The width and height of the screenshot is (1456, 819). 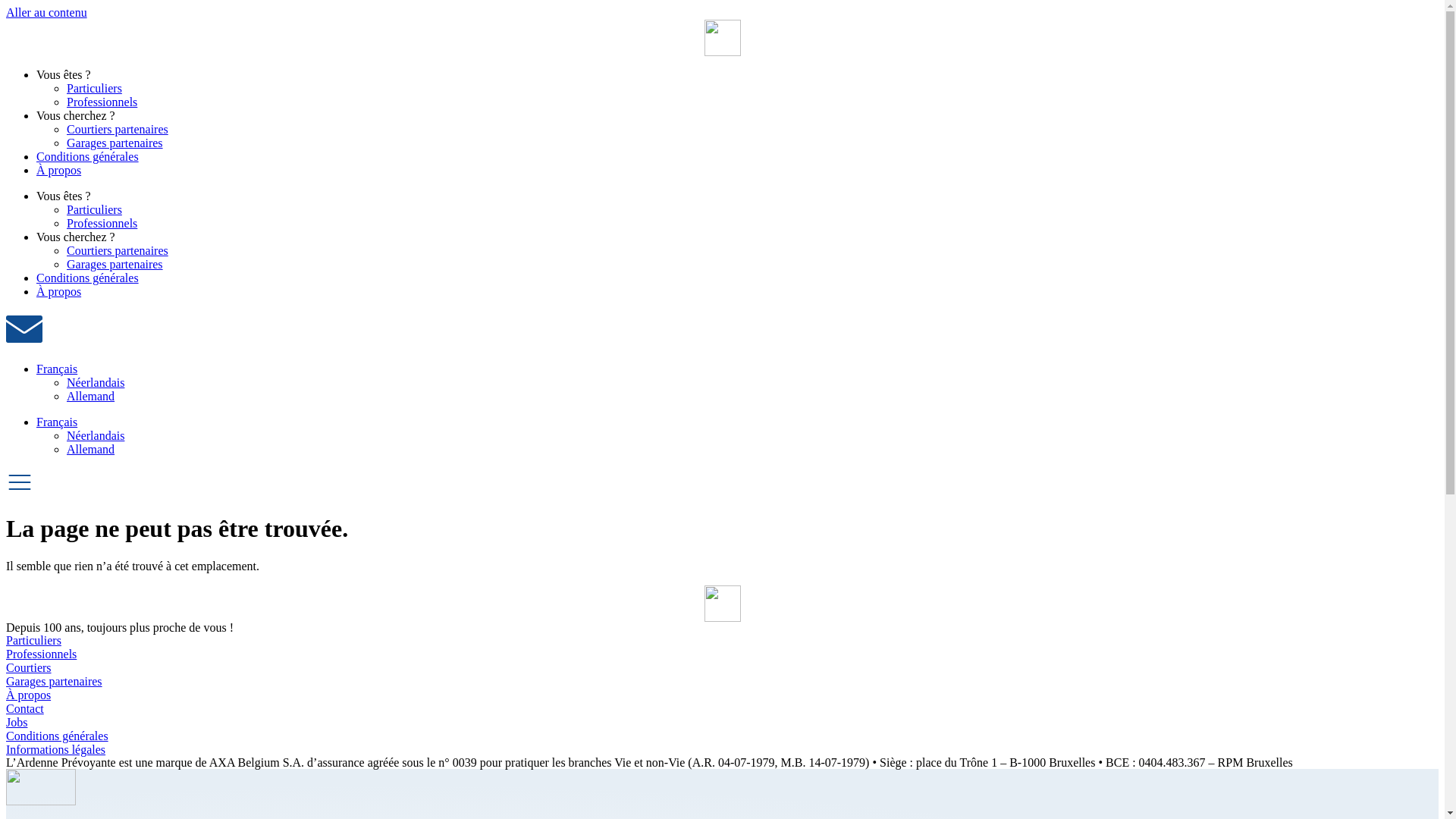 What do you see at coordinates (36, 115) in the screenshot?
I see `'Vous cherchez ?'` at bounding box center [36, 115].